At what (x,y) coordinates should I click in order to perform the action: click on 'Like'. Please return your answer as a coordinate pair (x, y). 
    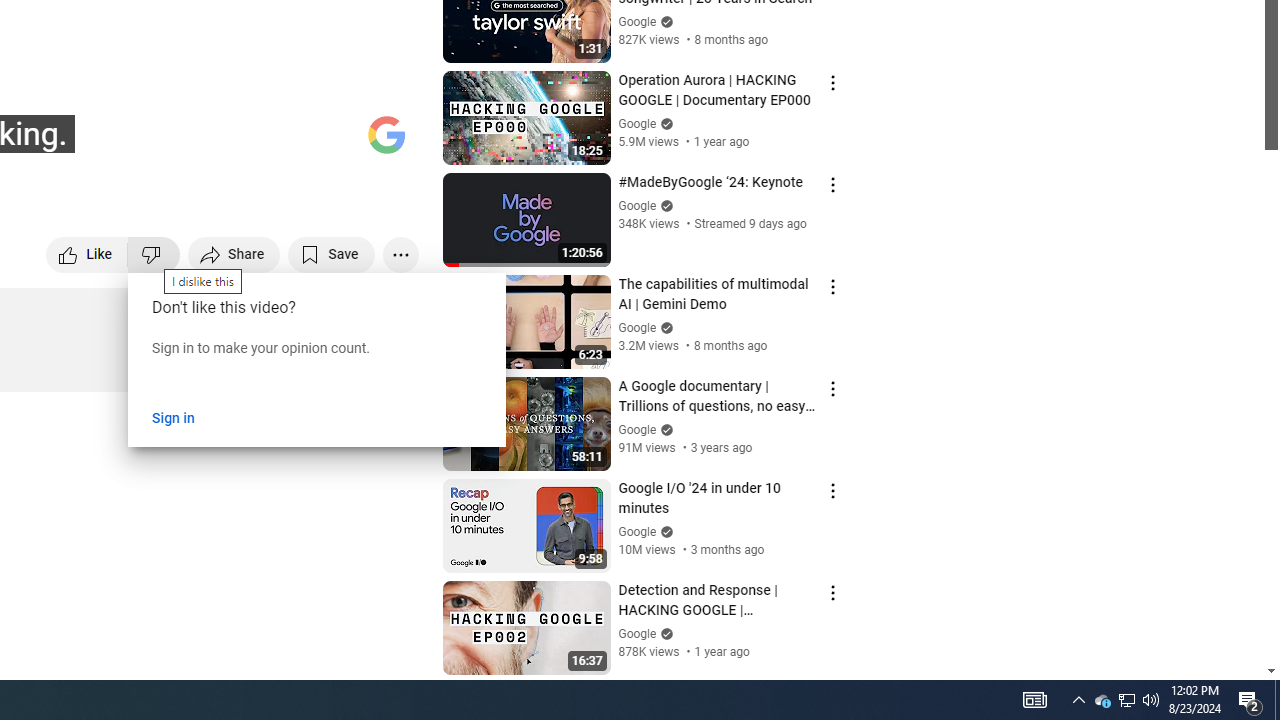
    Looking at the image, I should click on (86, 253).